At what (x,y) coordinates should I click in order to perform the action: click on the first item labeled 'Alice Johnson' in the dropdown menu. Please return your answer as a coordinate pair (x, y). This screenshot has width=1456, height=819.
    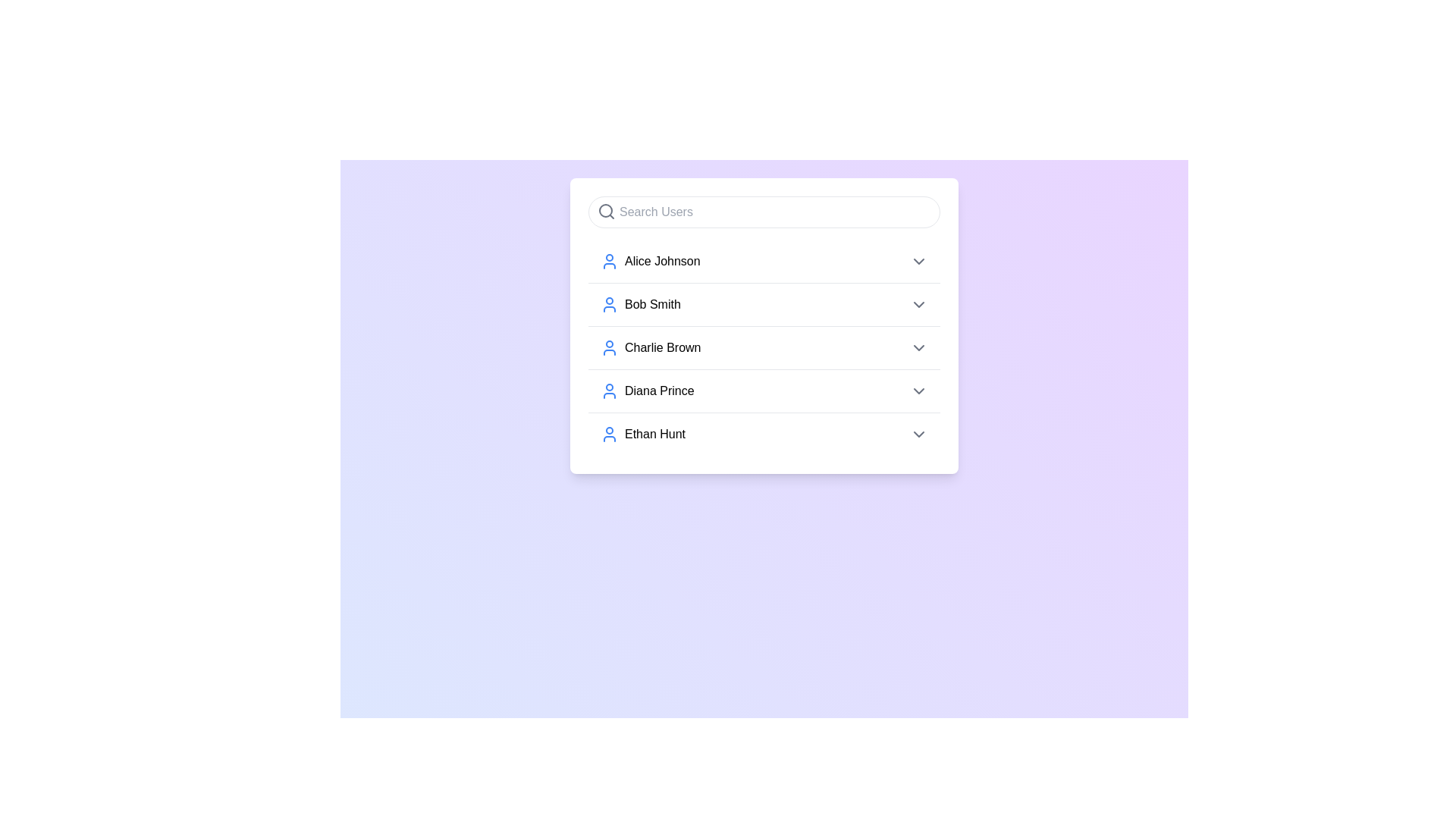
    Looking at the image, I should click on (764, 260).